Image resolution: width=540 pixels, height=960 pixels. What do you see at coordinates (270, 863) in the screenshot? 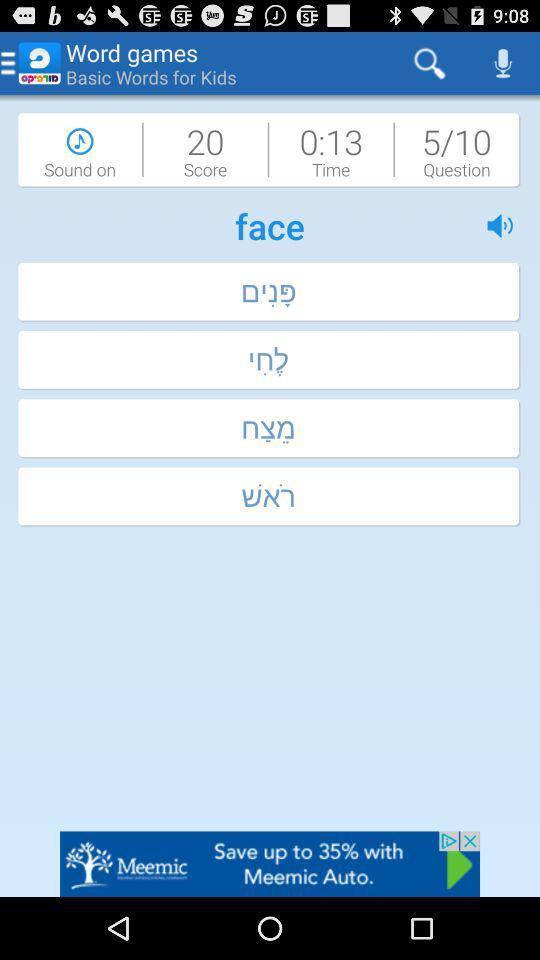
I see `open advertisement` at bounding box center [270, 863].